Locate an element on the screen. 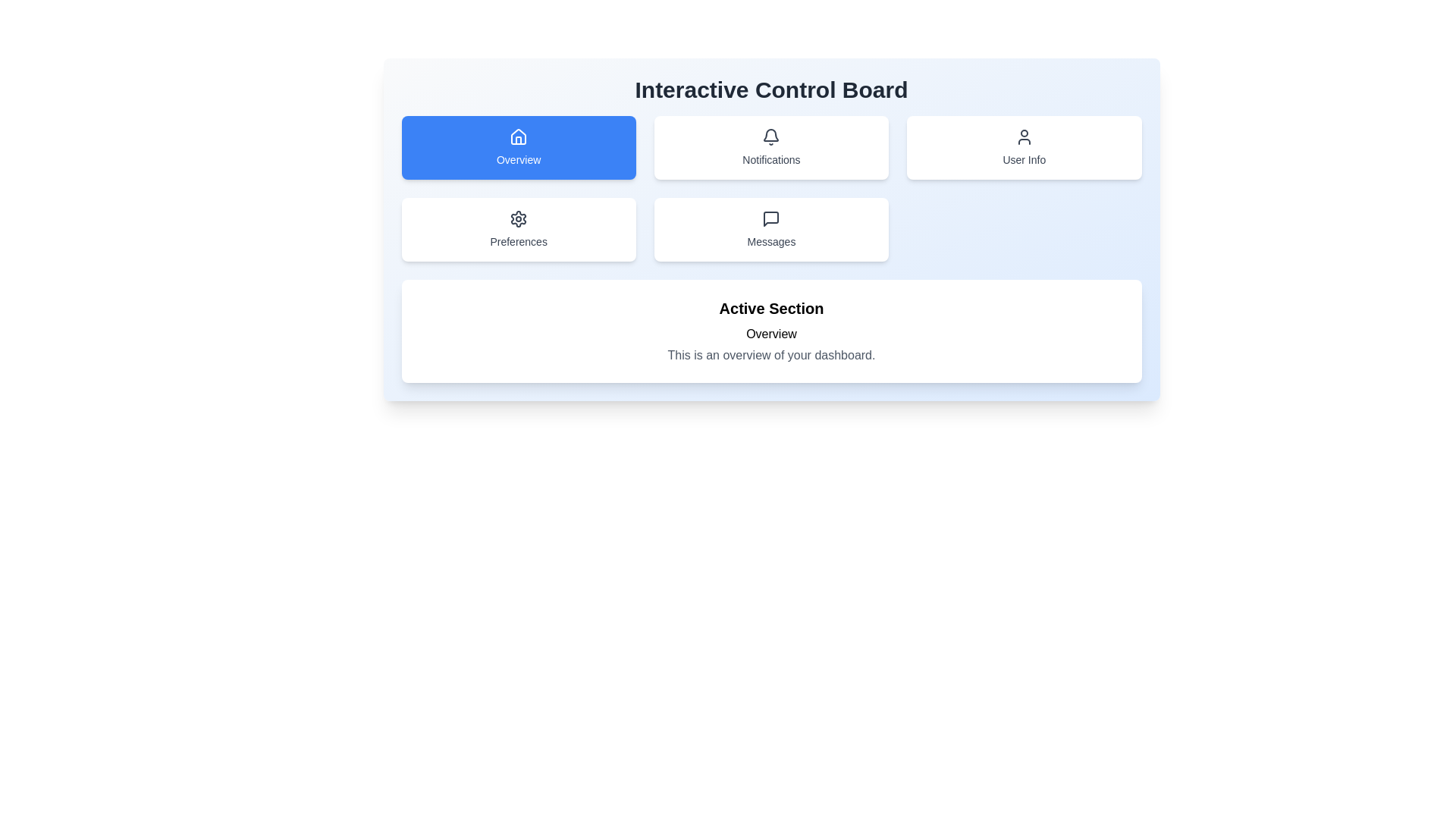  the 'Overview' icon located within the blue-highlighted tile on the control board, which visually represents the 'Overview' section is located at coordinates (519, 136).